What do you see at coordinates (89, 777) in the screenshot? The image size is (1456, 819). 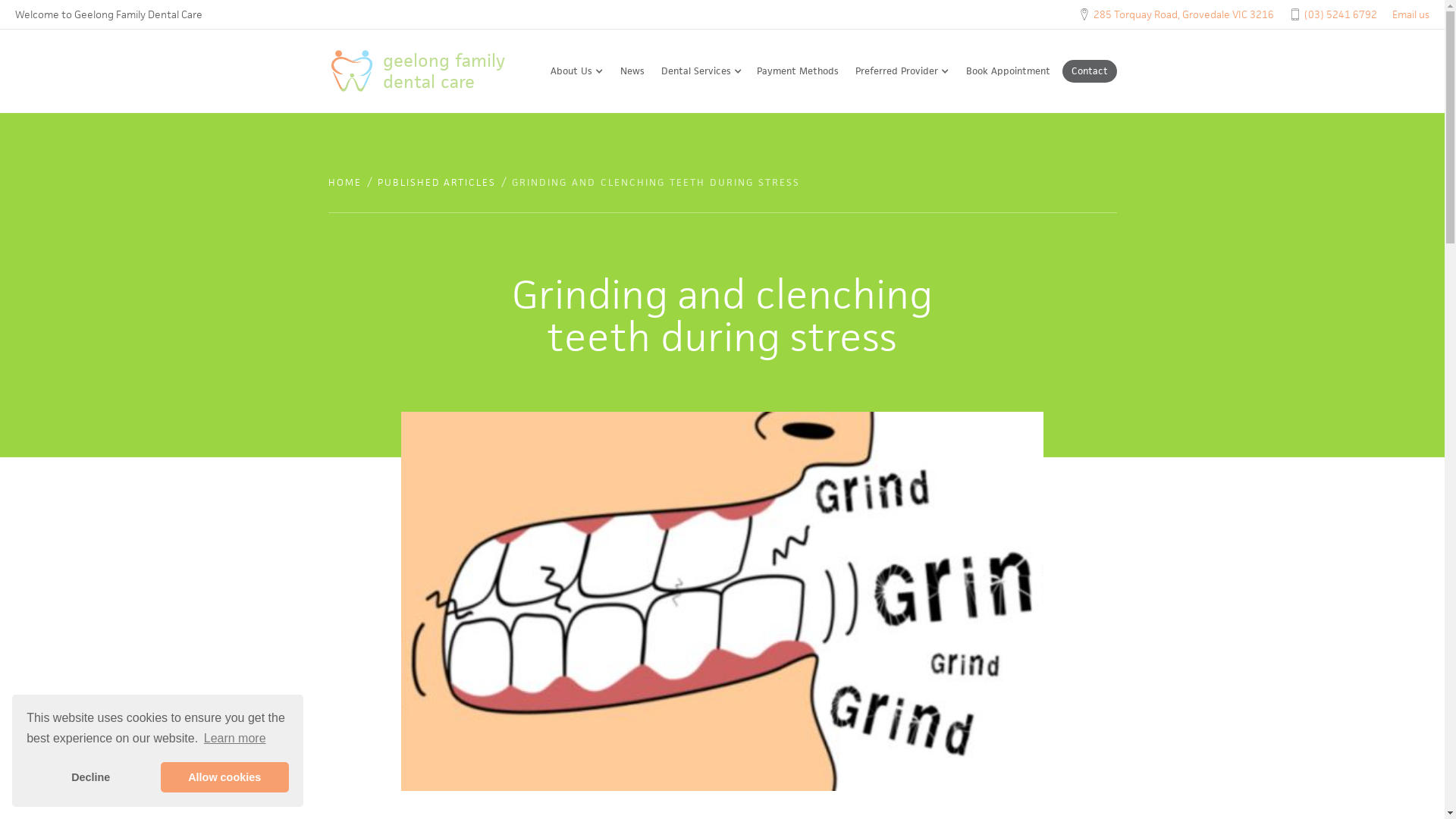 I see `'Decline'` at bounding box center [89, 777].